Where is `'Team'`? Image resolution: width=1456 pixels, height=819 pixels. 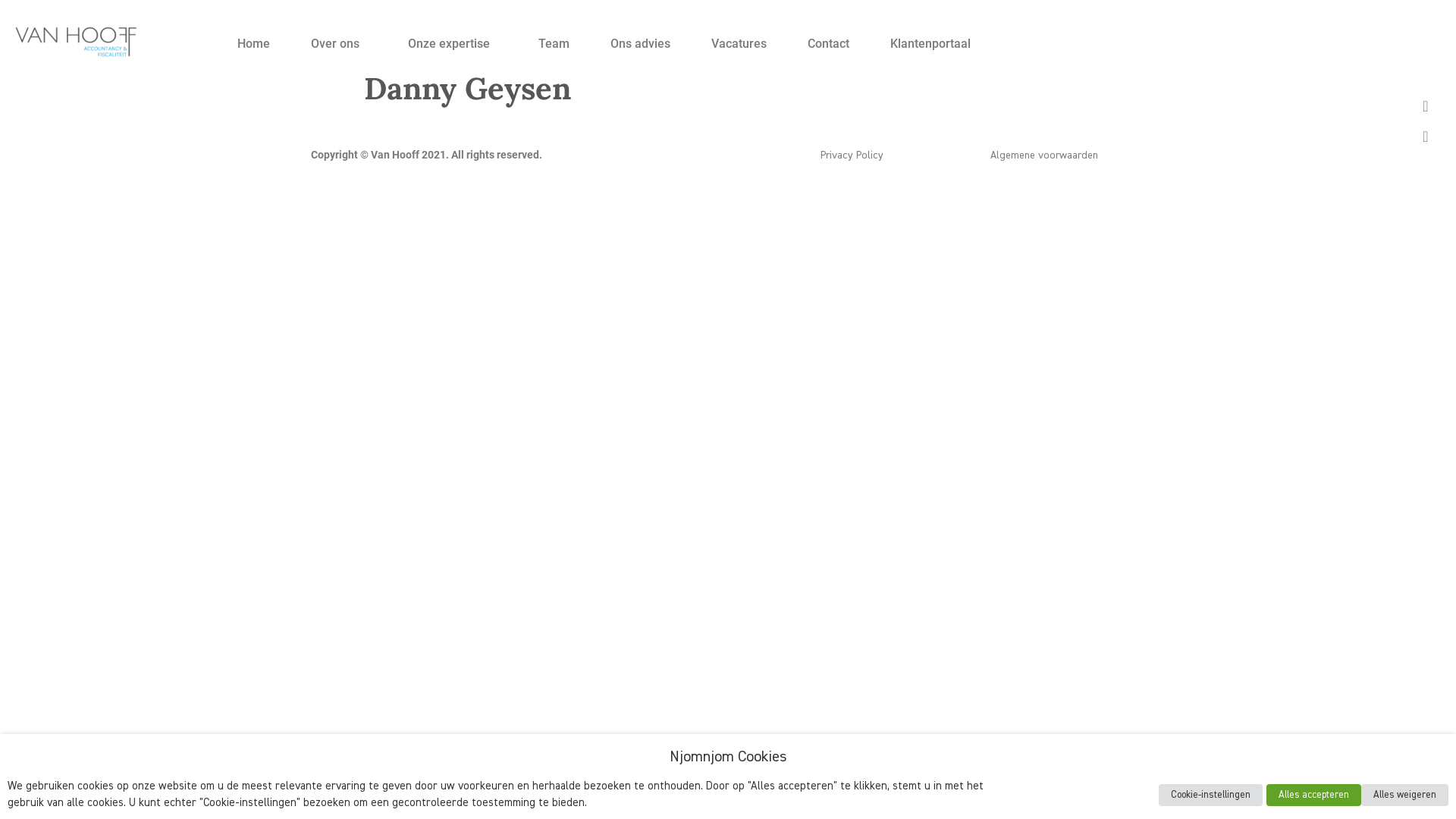 'Team' is located at coordinates (553, 42).